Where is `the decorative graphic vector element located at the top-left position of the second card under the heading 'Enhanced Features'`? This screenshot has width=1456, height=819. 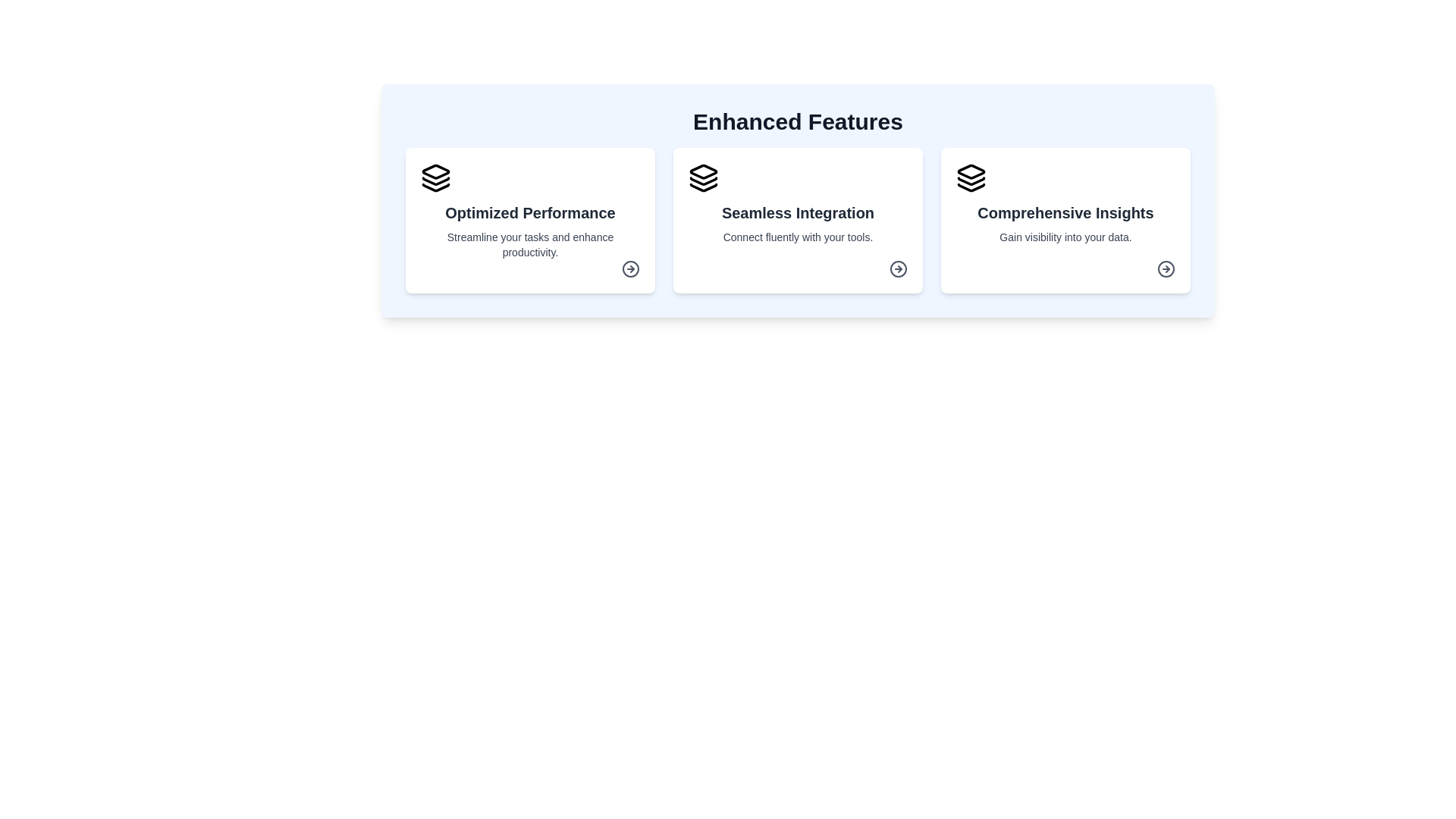
the decorative graphic vector element located at the top-left position of the second card under the heading 'Enhanced Features' is located at coordinates (971, 171).